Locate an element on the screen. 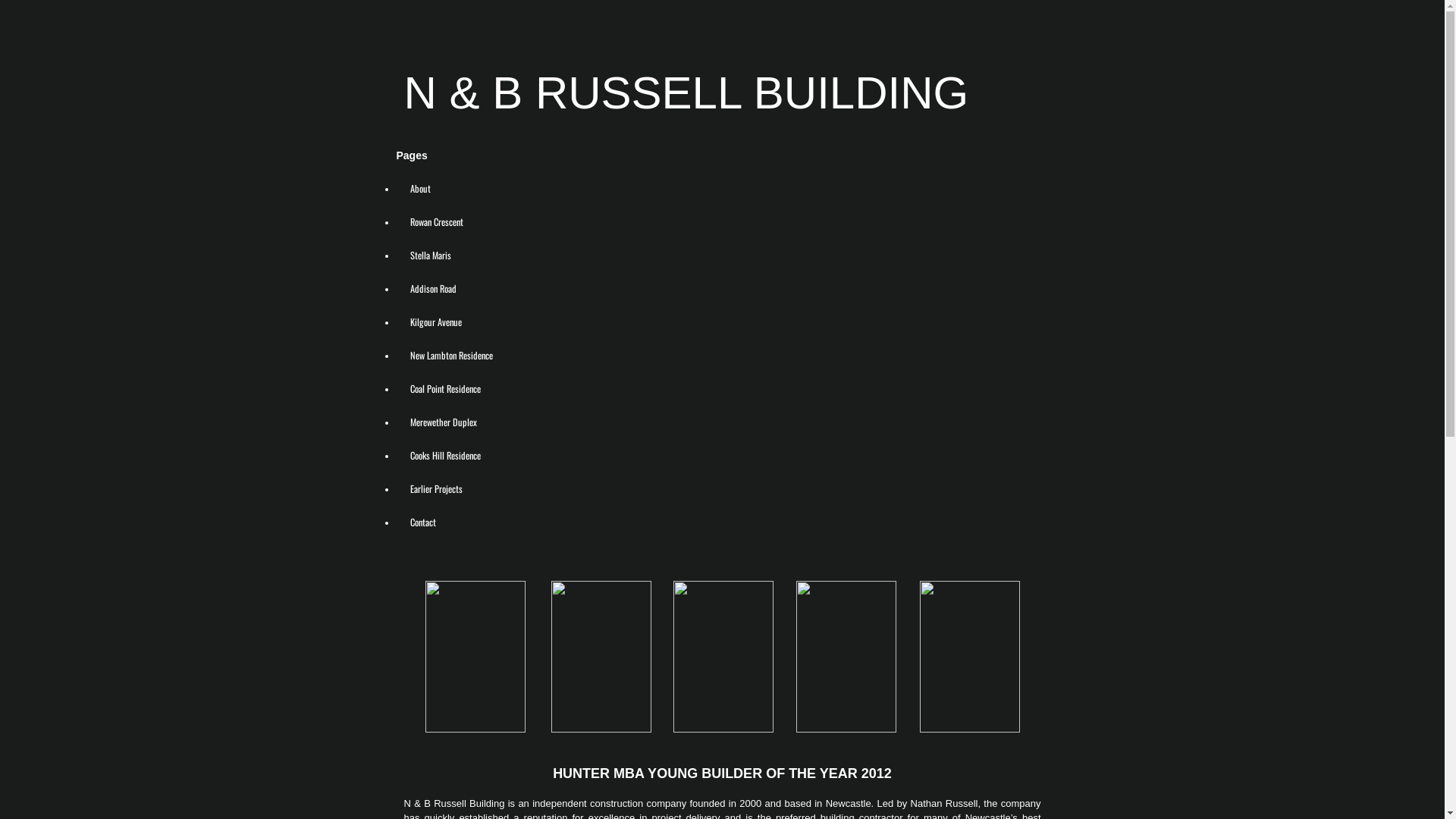  'Coal Point Residence' is located at coordinates (444, 388).